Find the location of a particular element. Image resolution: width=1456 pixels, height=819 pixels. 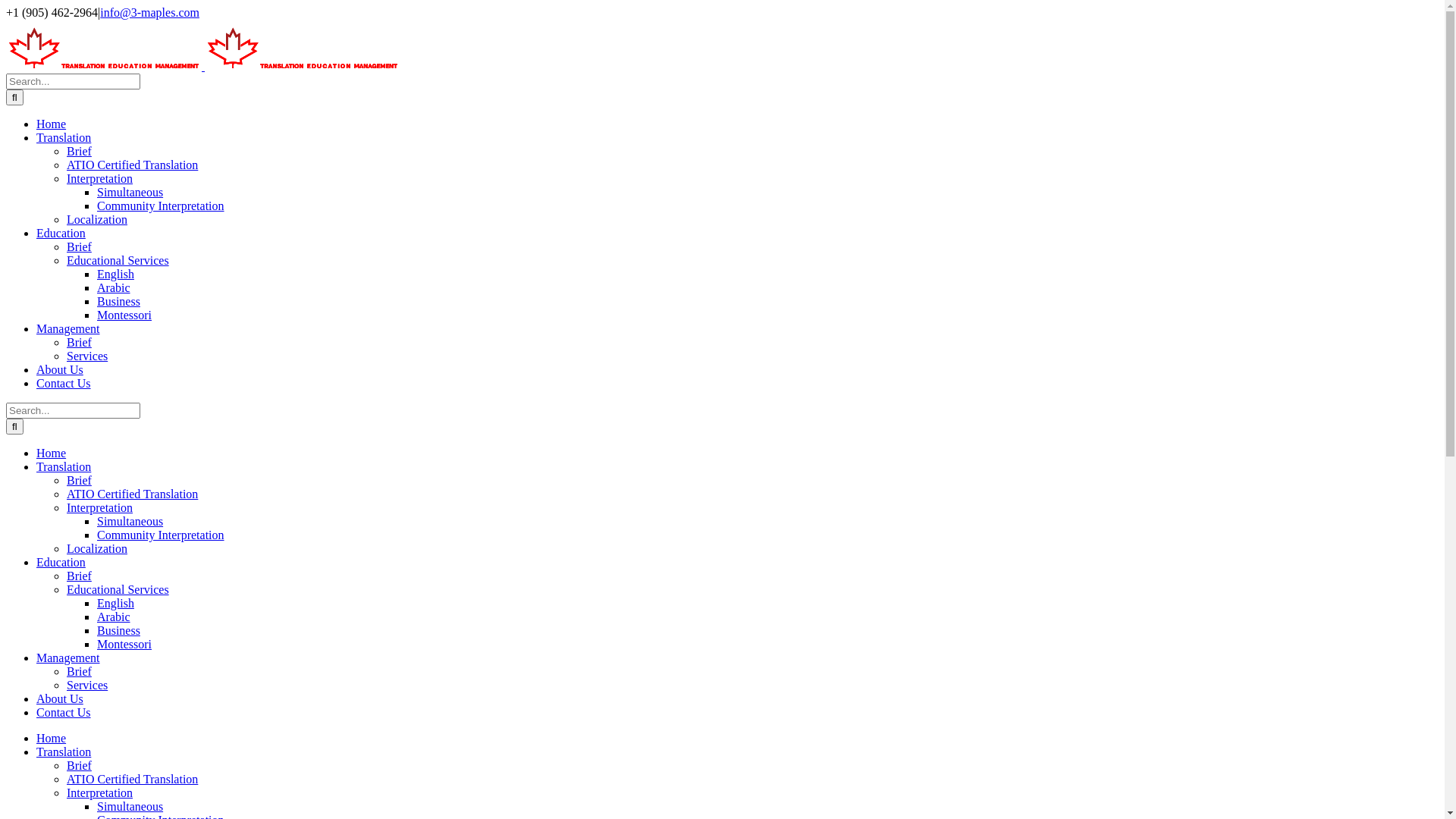

'Skip to content' is located at coordinates (5, 5).